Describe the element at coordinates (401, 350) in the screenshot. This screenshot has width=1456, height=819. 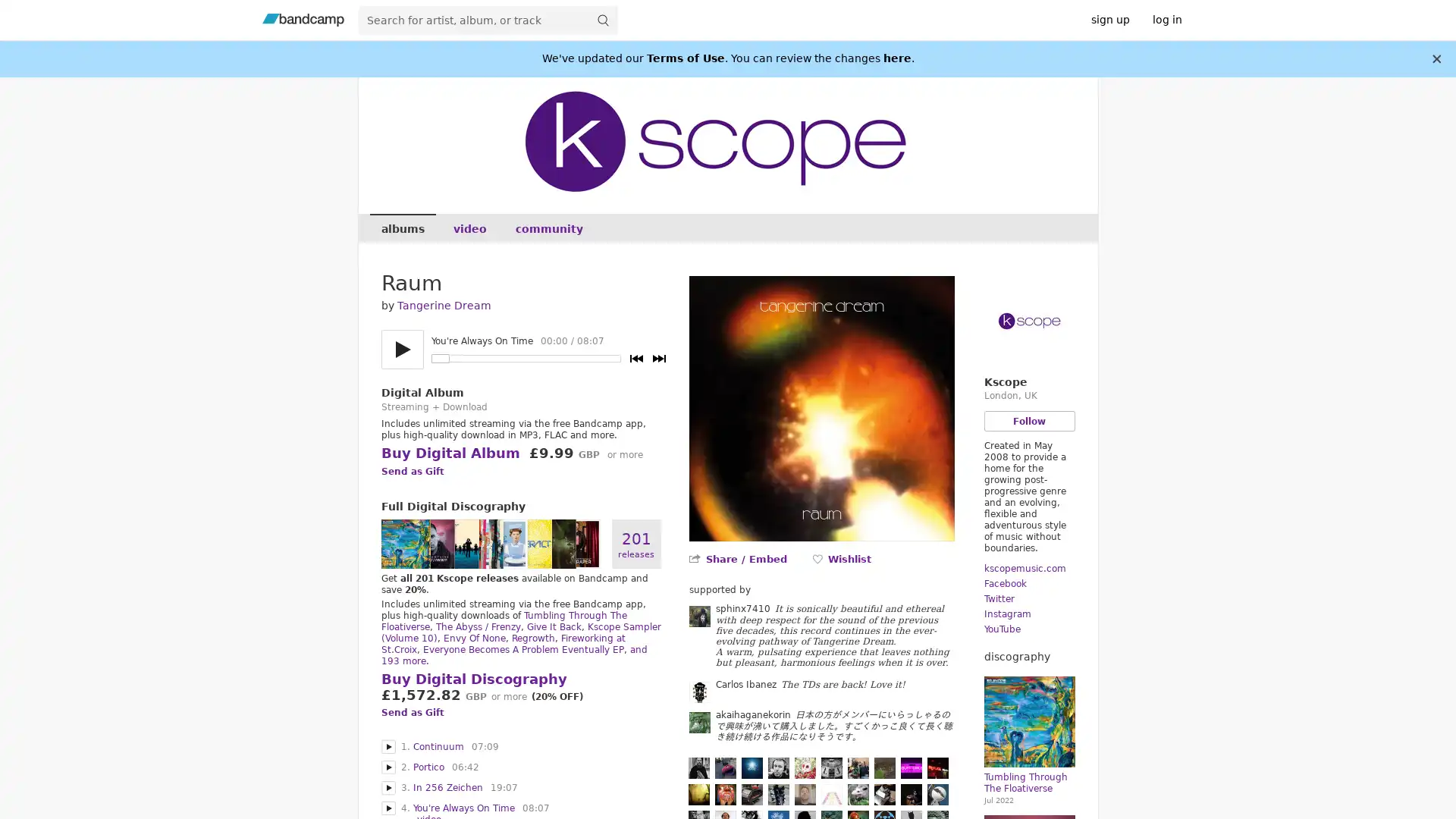
I see `Play/pause` at that location.